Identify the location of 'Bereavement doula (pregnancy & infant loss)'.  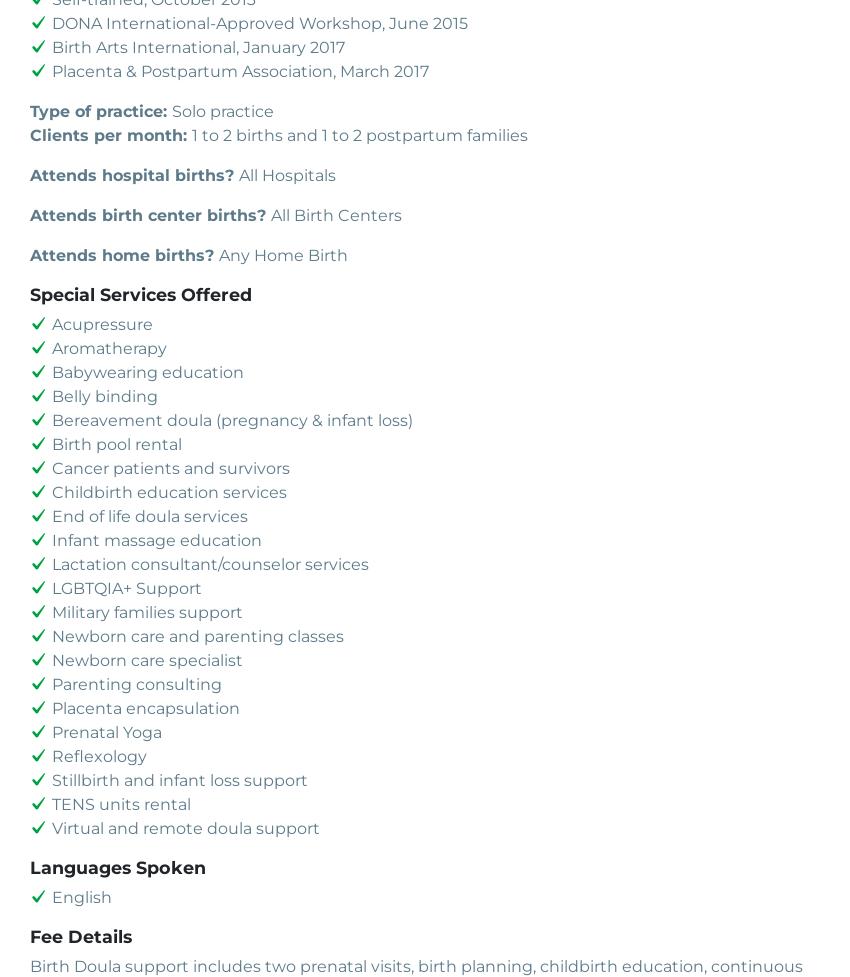
(52, 419).